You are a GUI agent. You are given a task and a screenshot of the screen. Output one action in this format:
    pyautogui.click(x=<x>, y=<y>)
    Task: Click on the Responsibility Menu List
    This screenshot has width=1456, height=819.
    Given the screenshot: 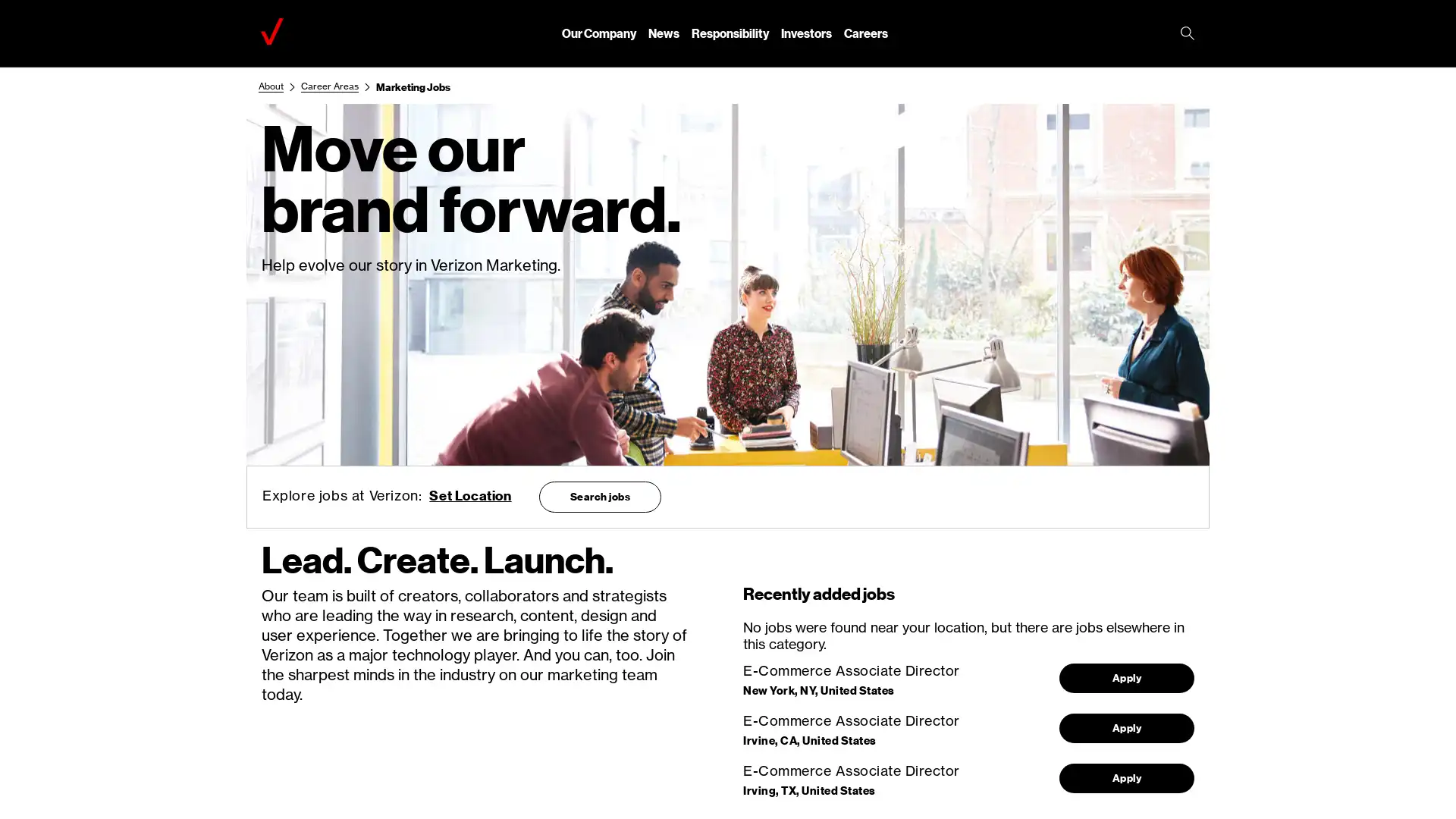 What is the action you would take?
    pyautogui.click(x=730, y=33)
    